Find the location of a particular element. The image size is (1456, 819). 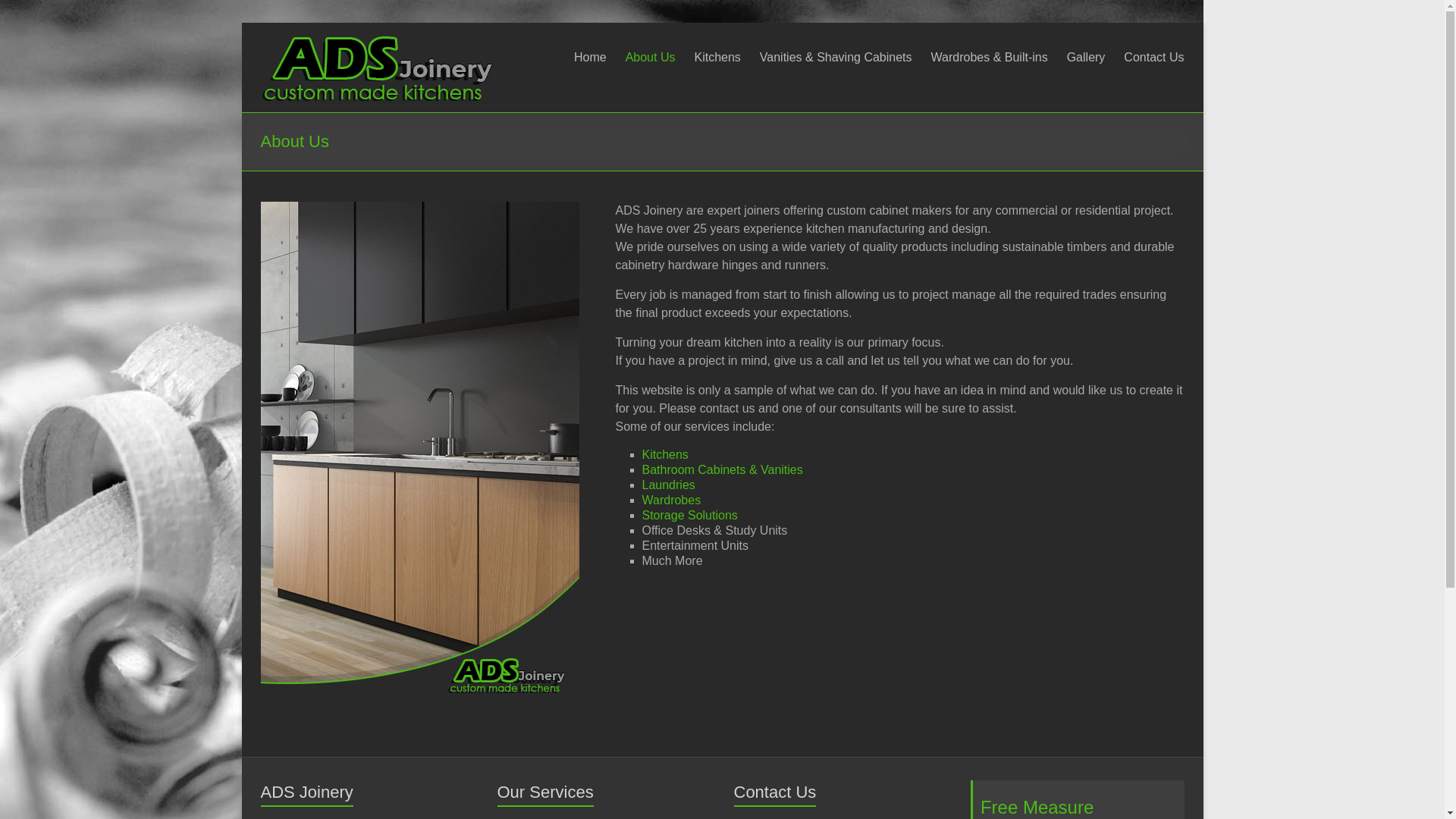

'Storage Solutions' is located at coordinates (688, 514).